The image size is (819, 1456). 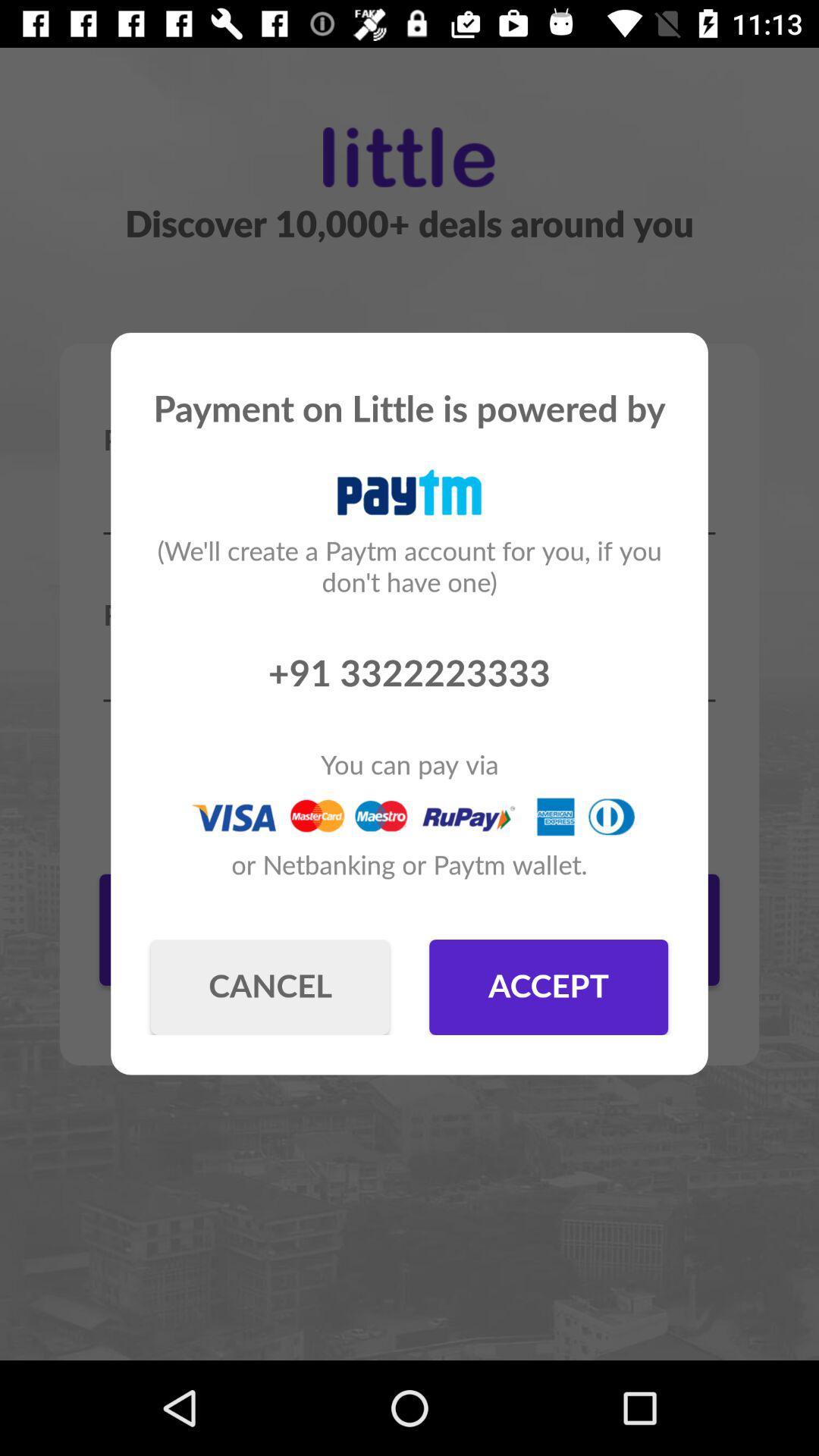 I want to click on item at the bottom right corner, so click(x=548, y=987).